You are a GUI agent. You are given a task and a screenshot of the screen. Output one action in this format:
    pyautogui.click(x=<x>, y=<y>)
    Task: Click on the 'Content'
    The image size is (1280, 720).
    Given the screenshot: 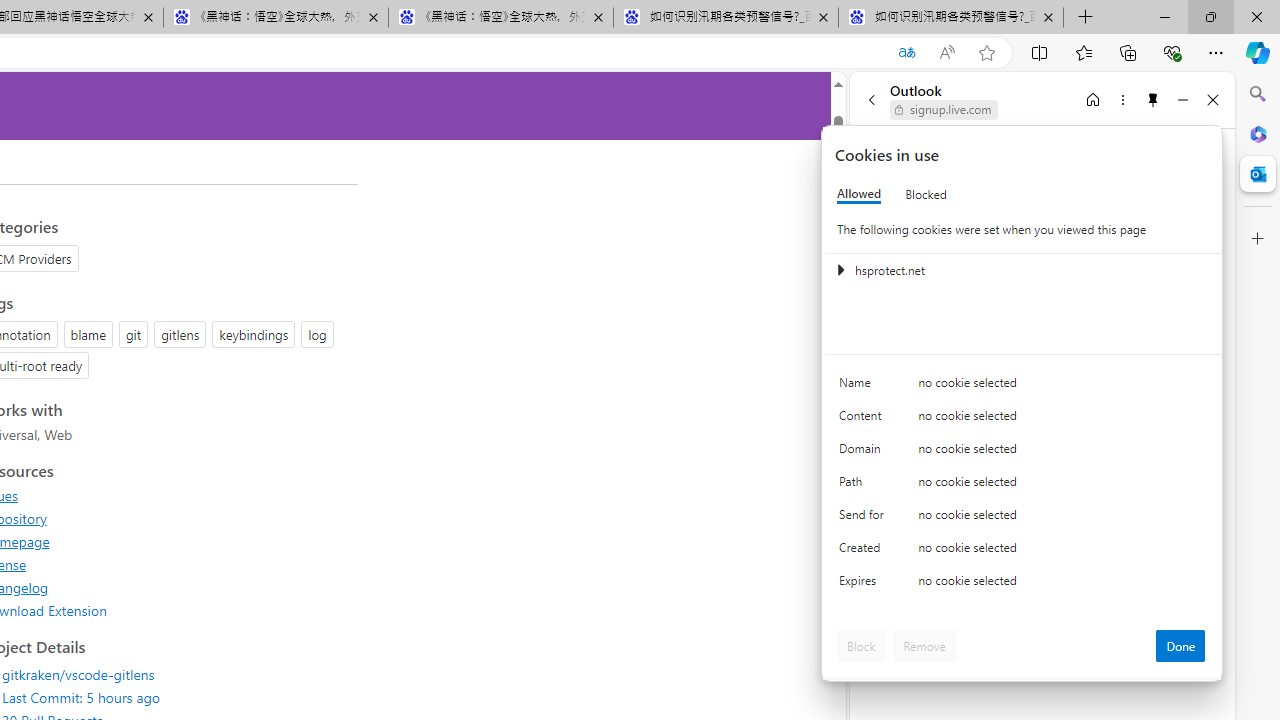 What is the action you would take?
    pyautogui.click(x=865, y=419)
    